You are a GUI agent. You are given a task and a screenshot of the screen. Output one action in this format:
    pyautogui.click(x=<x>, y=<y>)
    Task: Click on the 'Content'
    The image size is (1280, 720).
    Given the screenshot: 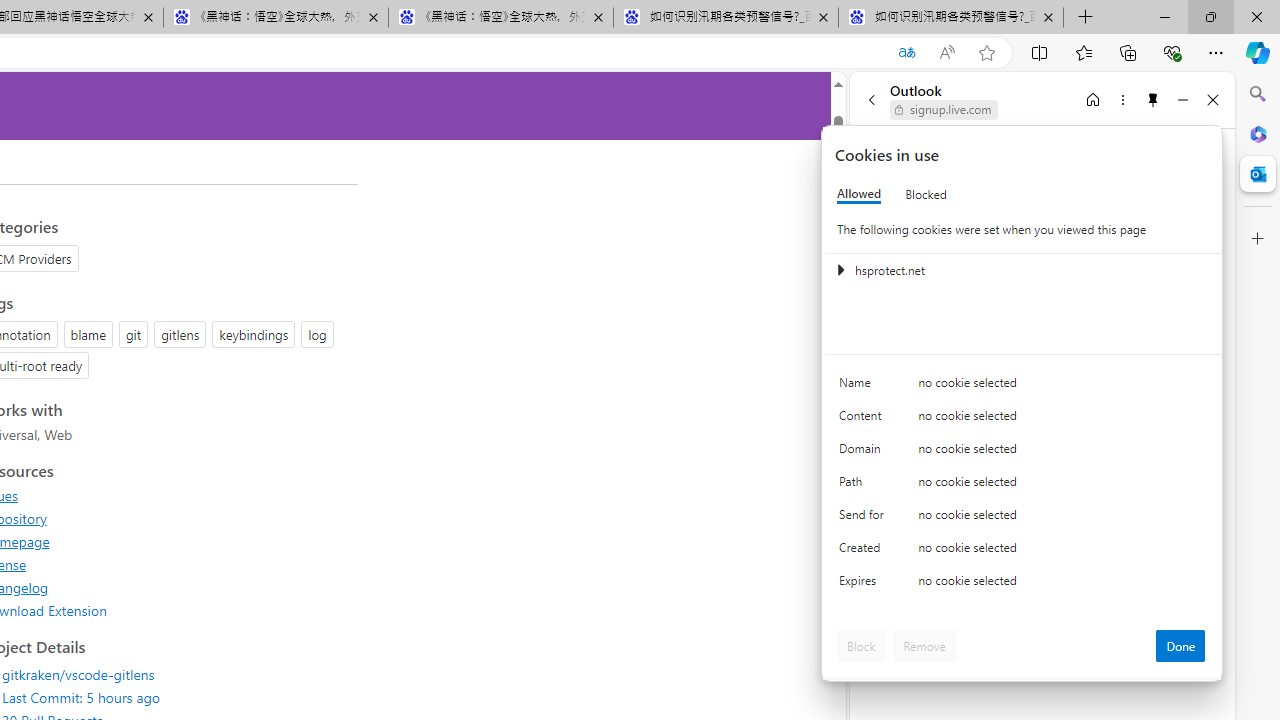 What is the action you would take?
    pyautogui.click(x=865, y=419)
    